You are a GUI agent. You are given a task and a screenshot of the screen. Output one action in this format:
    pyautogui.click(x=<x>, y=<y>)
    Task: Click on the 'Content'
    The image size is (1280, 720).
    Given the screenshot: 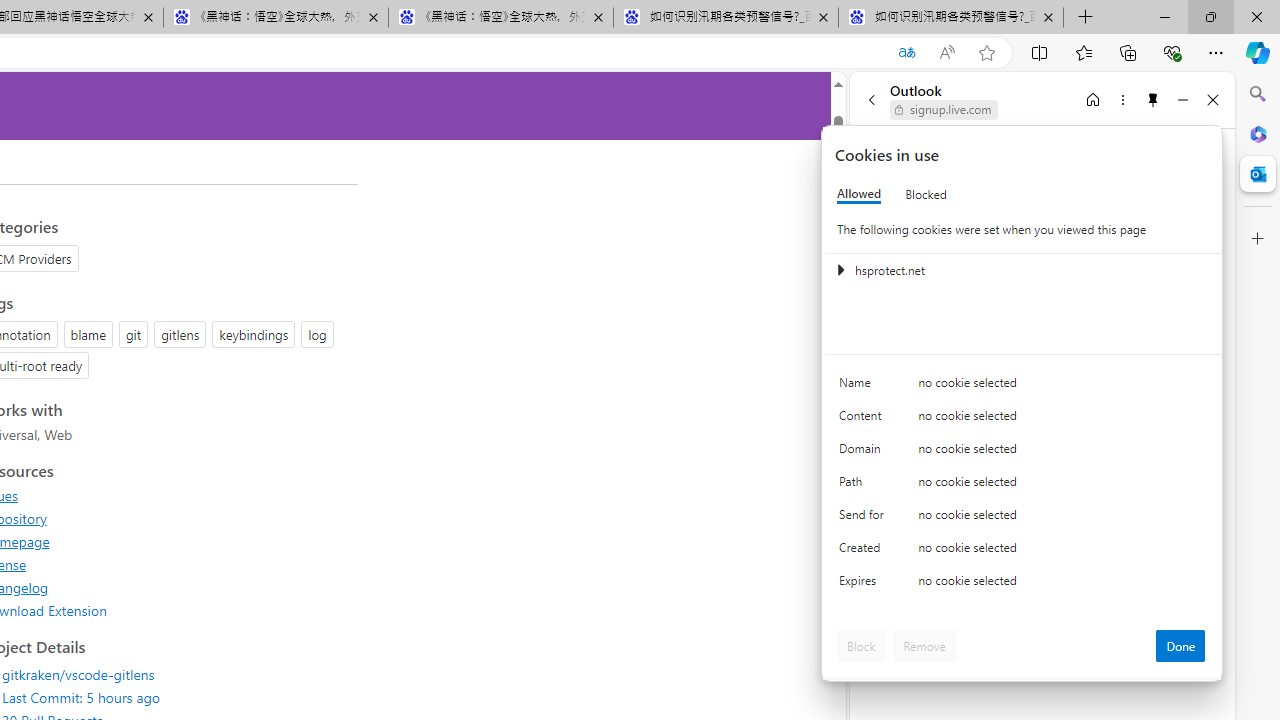 What is the action you would take?
    pyautogui.click(x=865, y=419)
    